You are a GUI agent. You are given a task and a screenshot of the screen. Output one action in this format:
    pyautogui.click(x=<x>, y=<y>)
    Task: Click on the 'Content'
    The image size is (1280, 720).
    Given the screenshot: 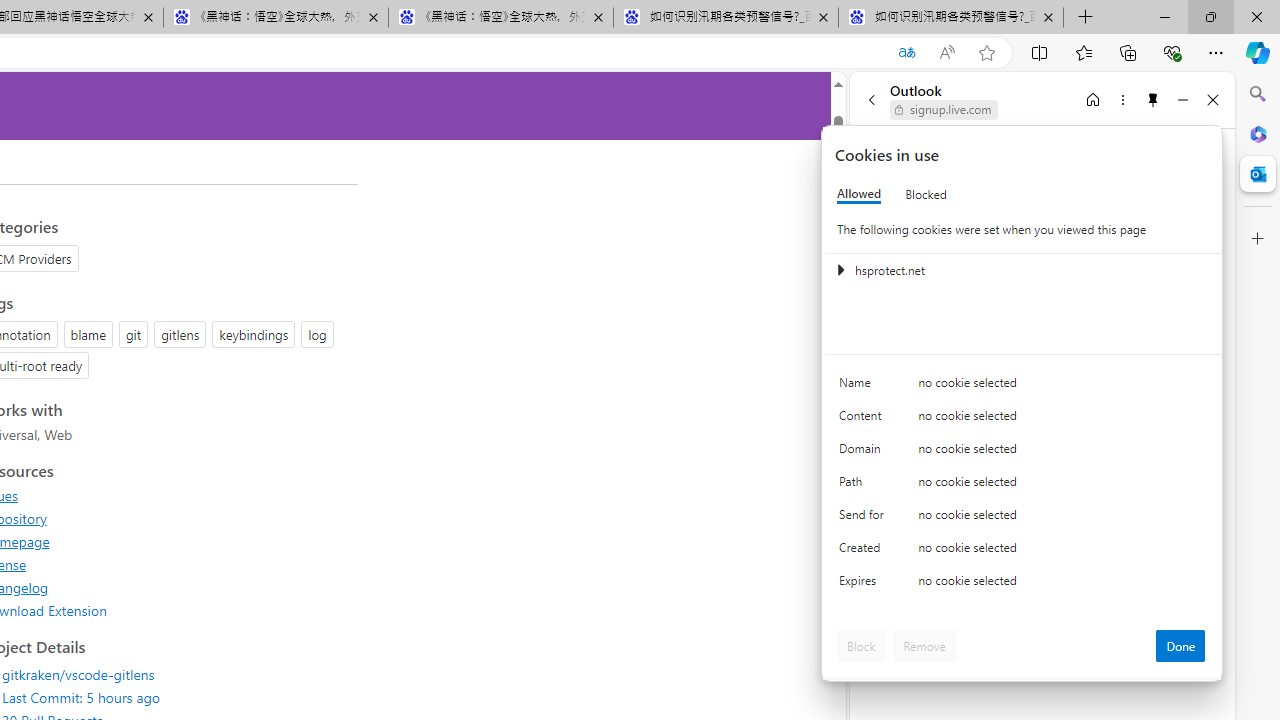 What is the action you would take?
    pyautogui.click(x=865, y=419)
    